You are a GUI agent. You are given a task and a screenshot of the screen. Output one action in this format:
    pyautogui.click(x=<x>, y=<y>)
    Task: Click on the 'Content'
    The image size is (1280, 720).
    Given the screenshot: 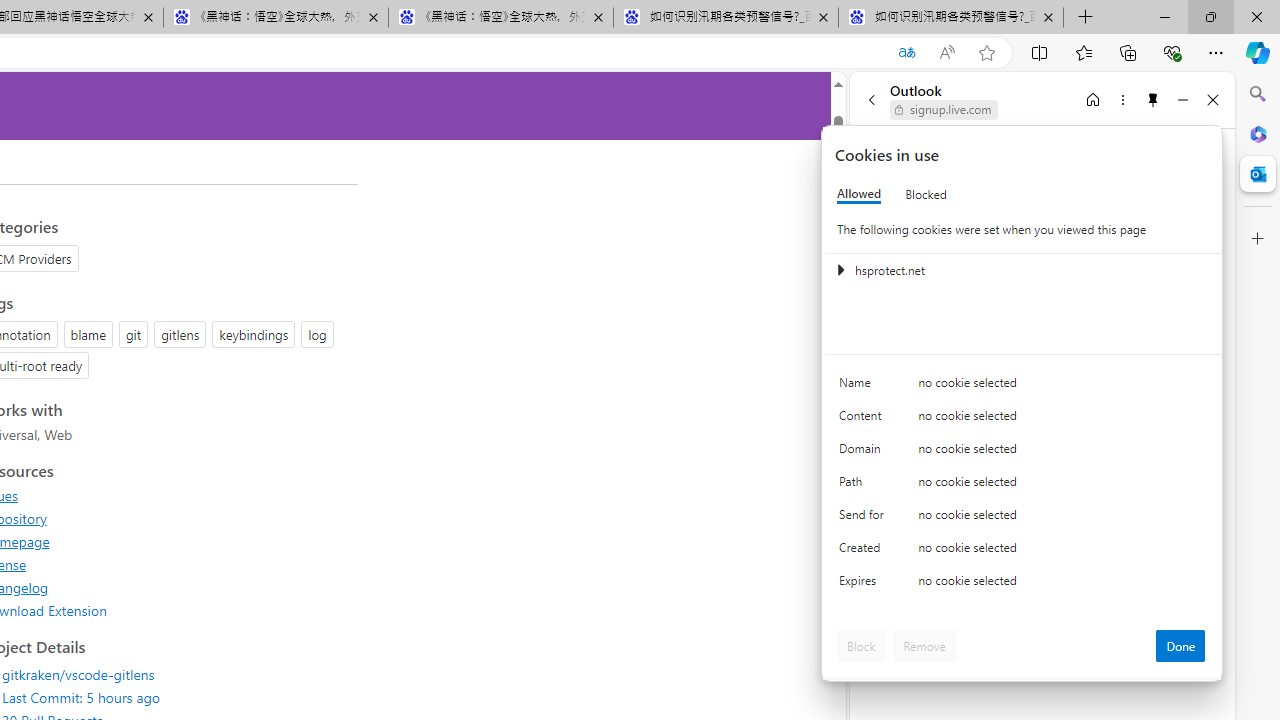 What is the action you would take?
    pyautogui.click(x=865, y=419)
    